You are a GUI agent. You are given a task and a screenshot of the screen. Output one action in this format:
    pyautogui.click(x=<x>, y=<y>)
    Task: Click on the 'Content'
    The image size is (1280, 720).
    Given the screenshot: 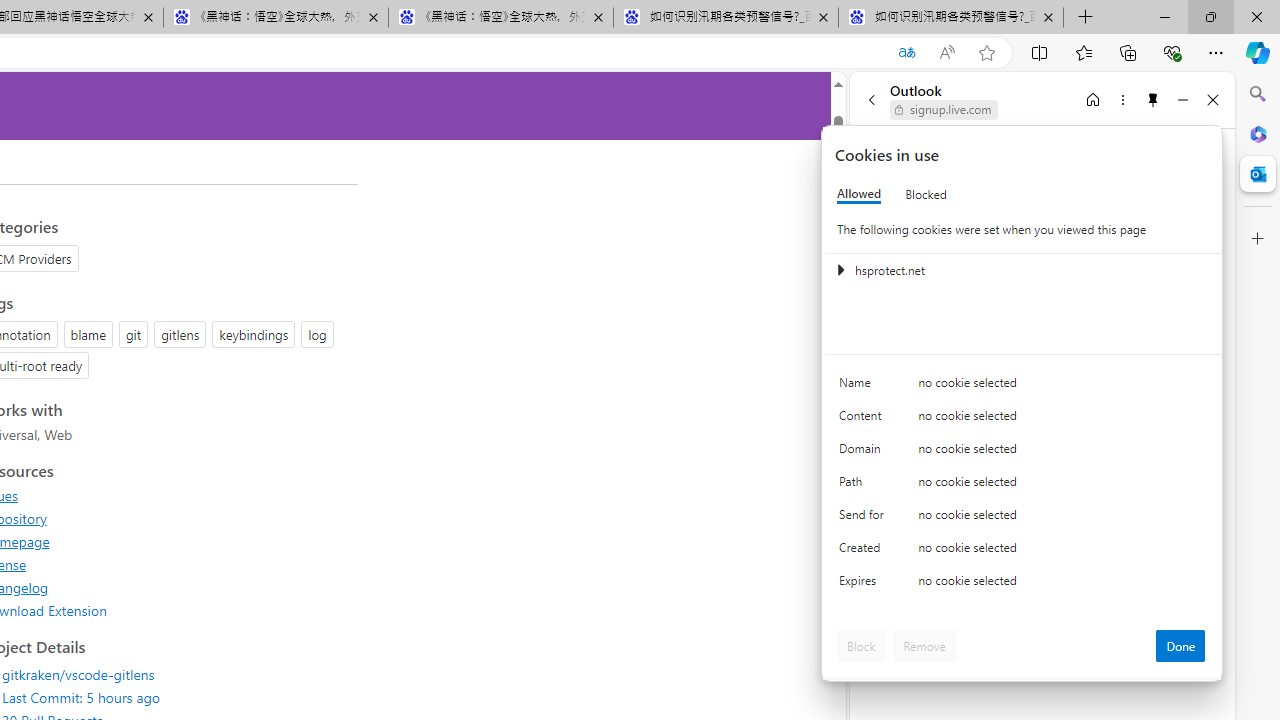 What is the action you would take?
    pyautogui.click(x=865, y=419)
    